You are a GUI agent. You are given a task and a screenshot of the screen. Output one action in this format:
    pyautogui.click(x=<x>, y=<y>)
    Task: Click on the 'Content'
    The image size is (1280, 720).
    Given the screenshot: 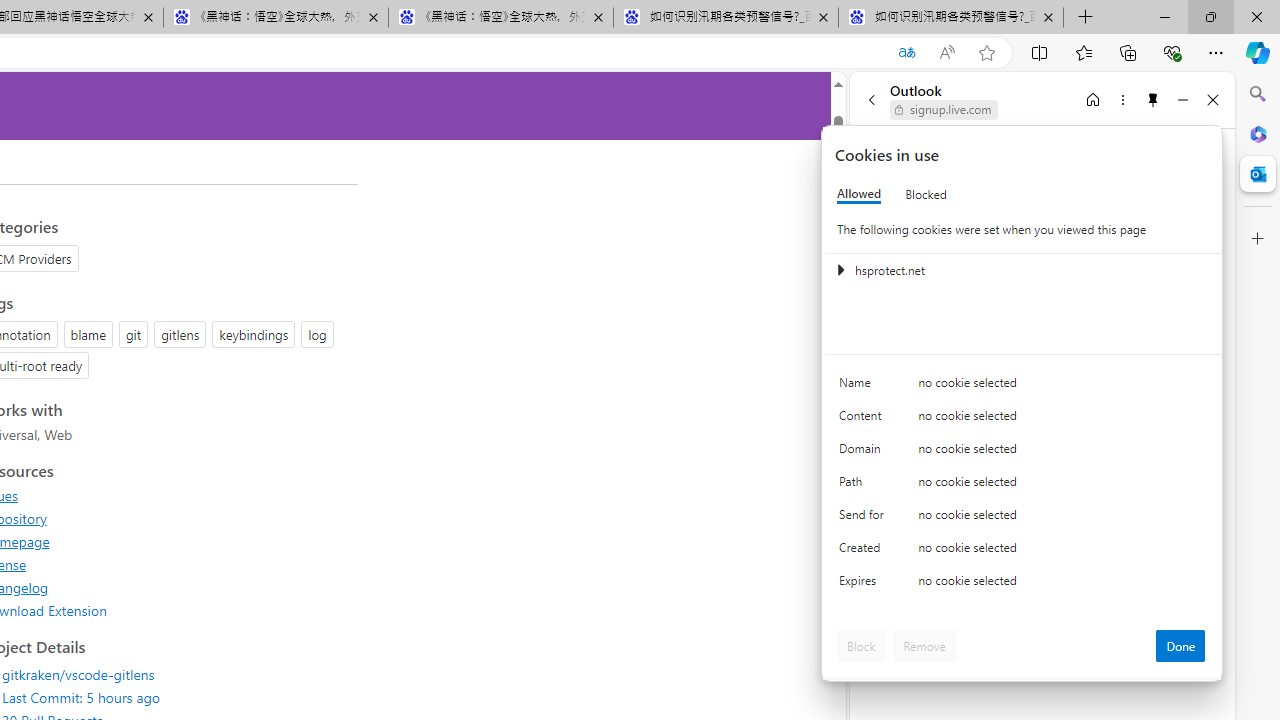 What is the action you would take?
    pyautogui.click(x=865, y=419)
    